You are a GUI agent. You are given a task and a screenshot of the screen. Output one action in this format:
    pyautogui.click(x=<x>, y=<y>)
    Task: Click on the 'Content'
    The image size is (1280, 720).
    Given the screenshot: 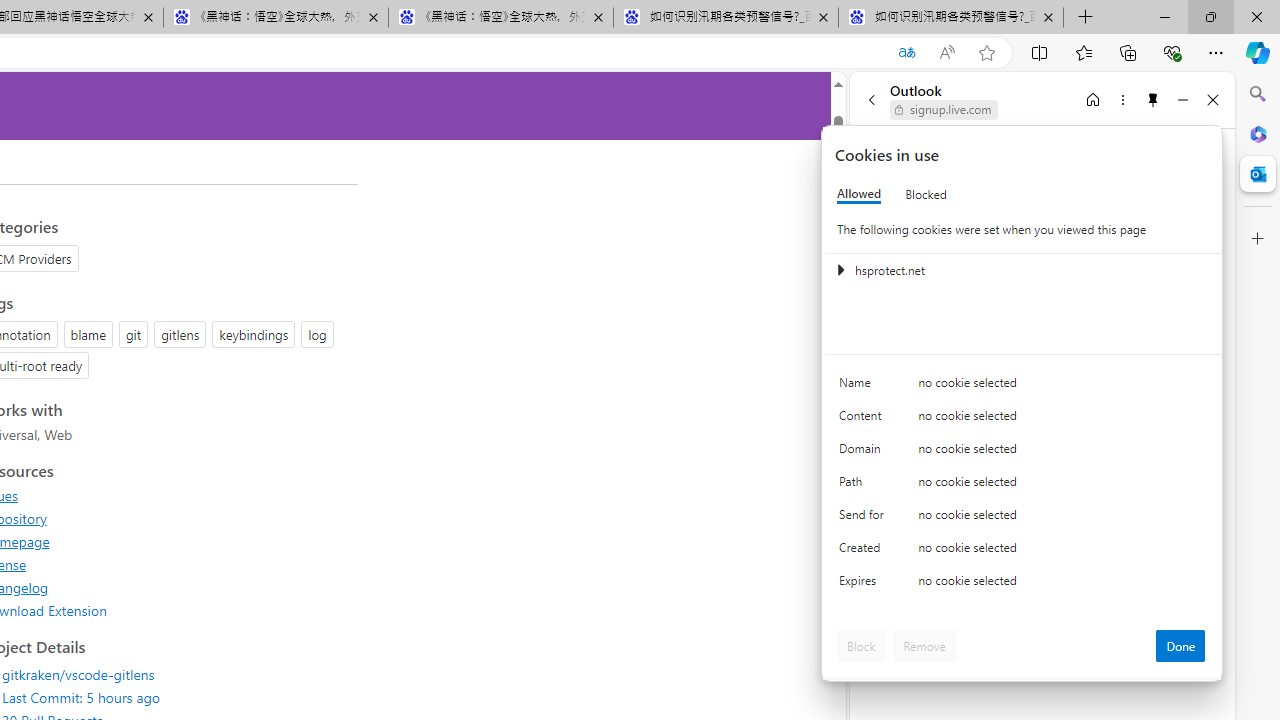 What is the action you would take?
    pyautogui.click(x=865, y=419)
    